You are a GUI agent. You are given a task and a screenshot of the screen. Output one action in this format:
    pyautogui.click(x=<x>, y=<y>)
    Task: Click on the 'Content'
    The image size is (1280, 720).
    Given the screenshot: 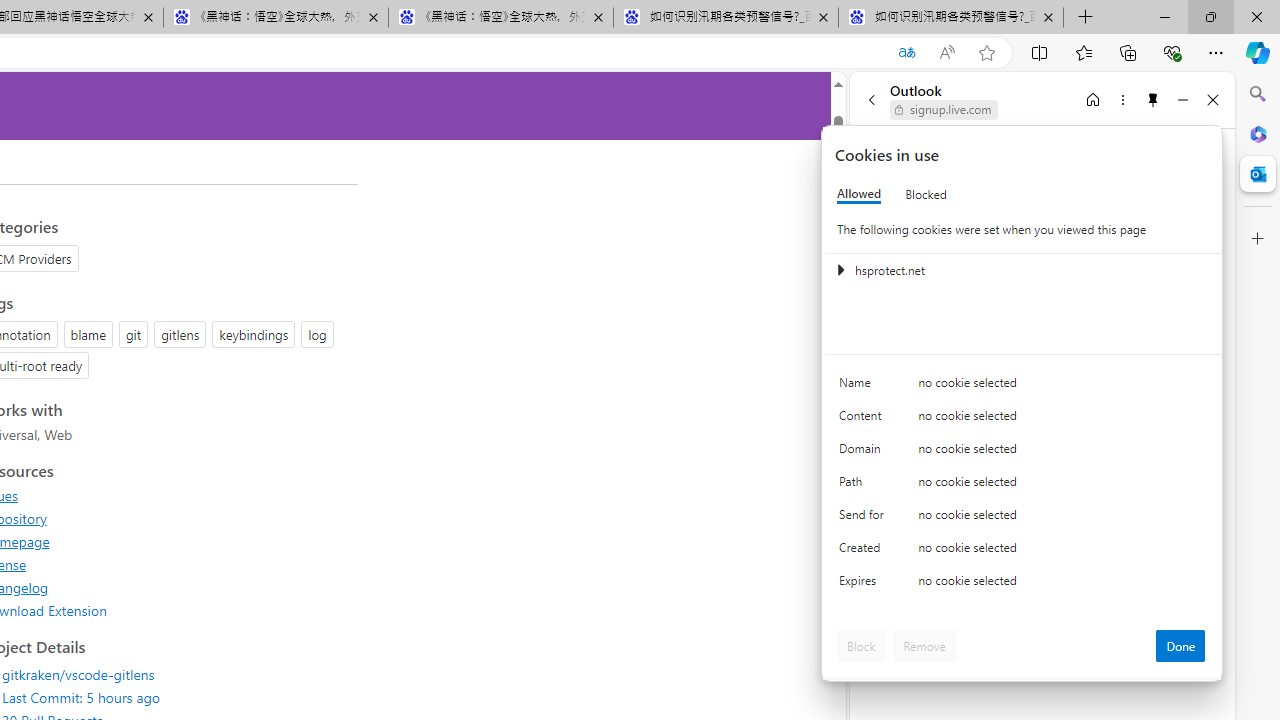 What is the action you would take?
    pyautogui.click(x=865, y=419)
    